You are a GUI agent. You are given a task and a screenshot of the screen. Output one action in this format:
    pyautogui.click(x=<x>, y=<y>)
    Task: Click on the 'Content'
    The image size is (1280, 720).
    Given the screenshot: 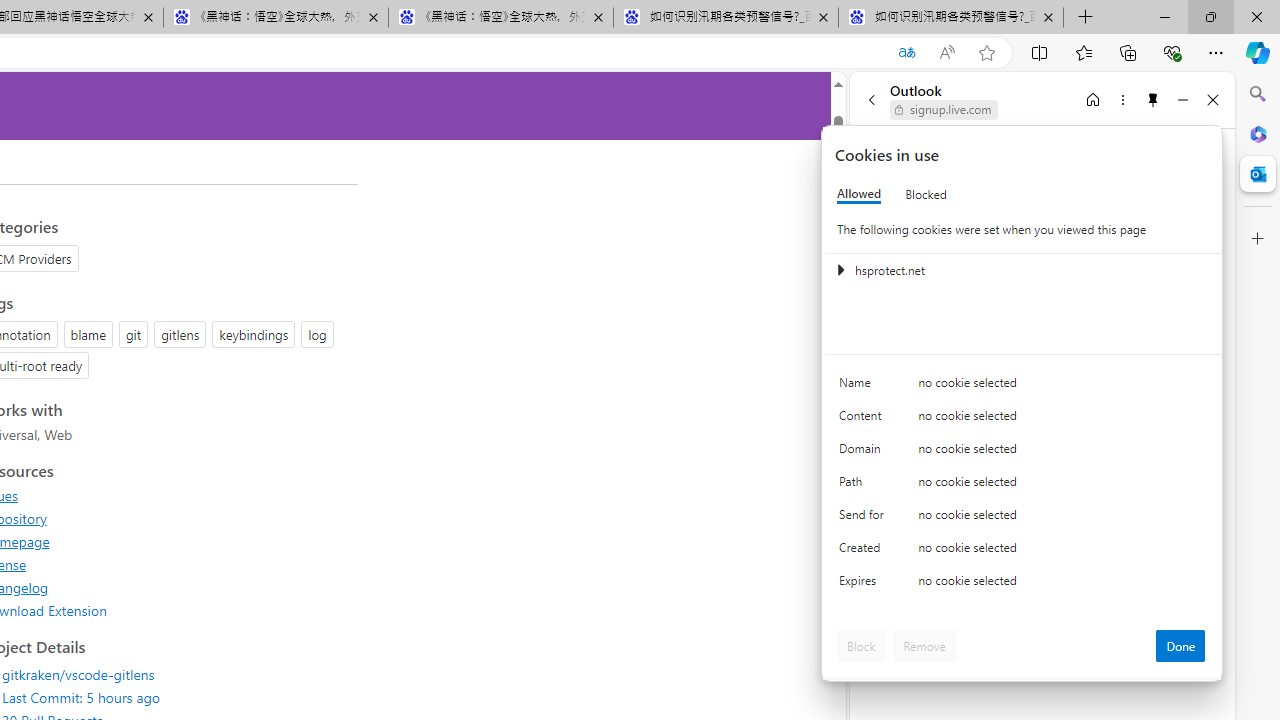 What is the action you would take?
    pyautogui.click(x=865, y=419)
    